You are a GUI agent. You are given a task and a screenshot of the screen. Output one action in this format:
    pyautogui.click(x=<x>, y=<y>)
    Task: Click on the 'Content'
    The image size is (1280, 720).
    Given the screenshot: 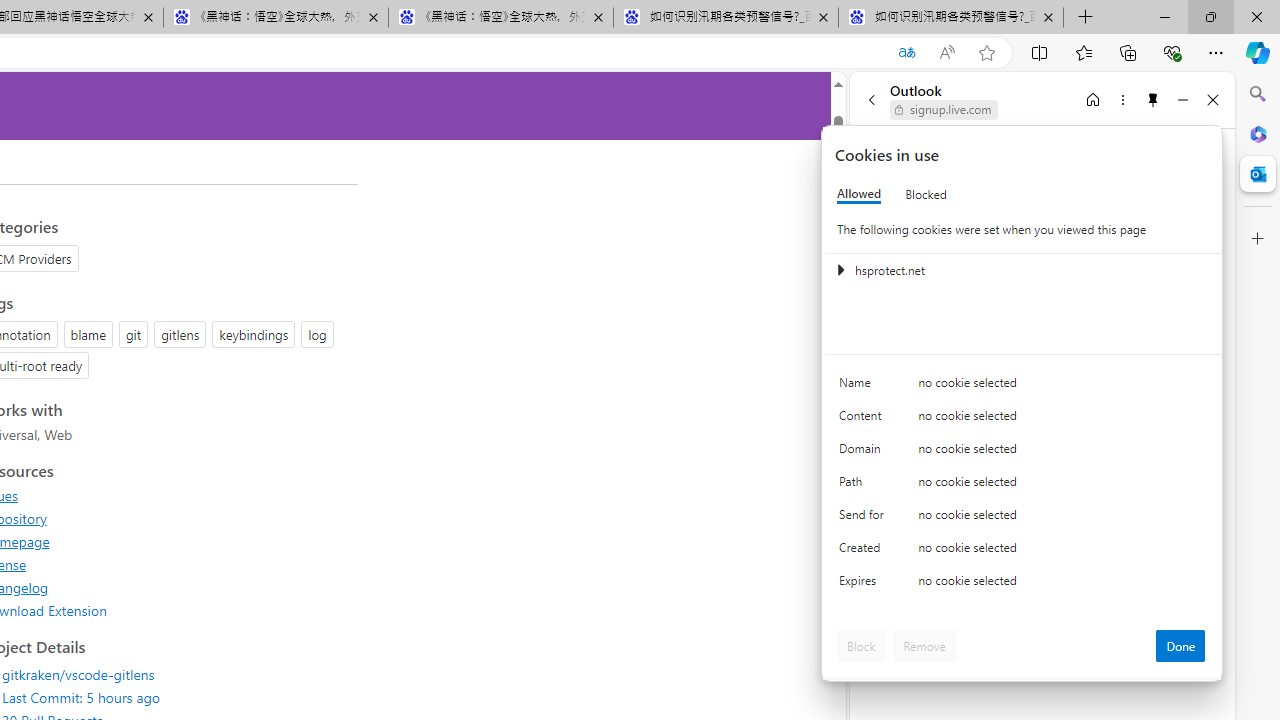 What is the action you would take?
    pyautogui.click(x=865, y=419)
    